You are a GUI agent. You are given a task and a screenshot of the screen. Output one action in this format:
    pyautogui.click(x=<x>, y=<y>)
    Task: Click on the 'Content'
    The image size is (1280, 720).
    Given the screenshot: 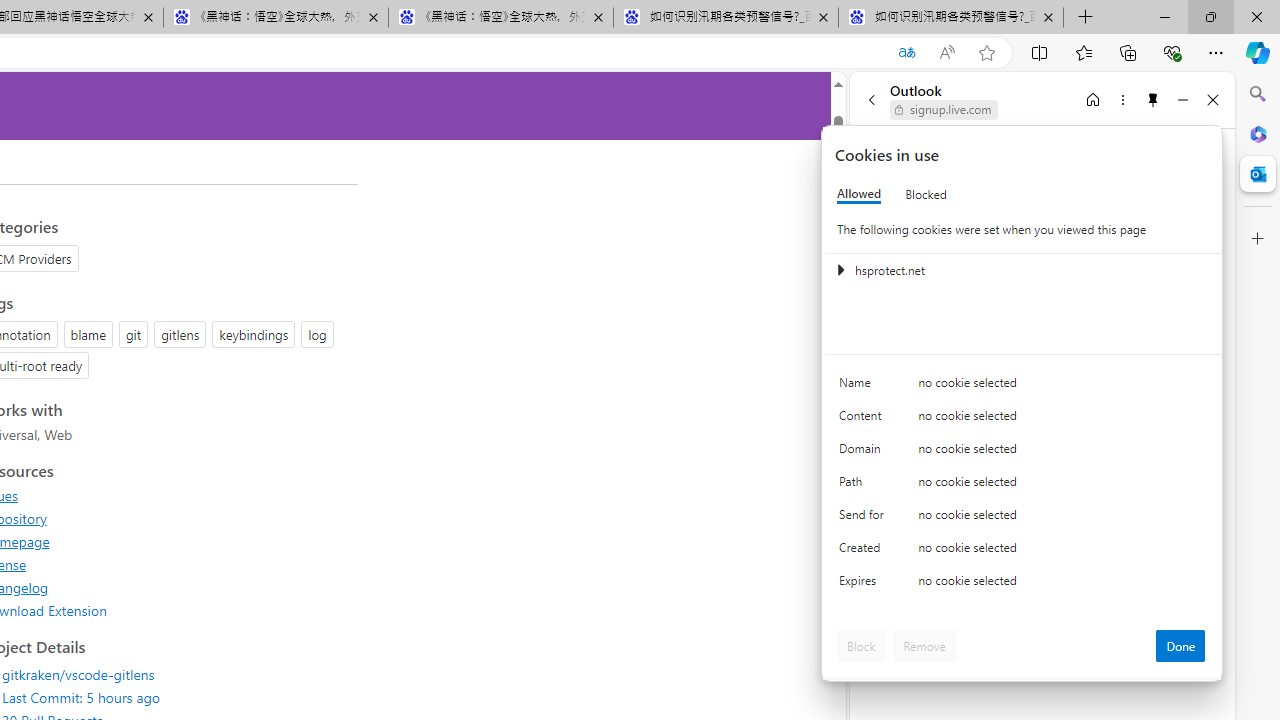 What is the action you would take?
    pyautogui.click(x=865, y=419)
    